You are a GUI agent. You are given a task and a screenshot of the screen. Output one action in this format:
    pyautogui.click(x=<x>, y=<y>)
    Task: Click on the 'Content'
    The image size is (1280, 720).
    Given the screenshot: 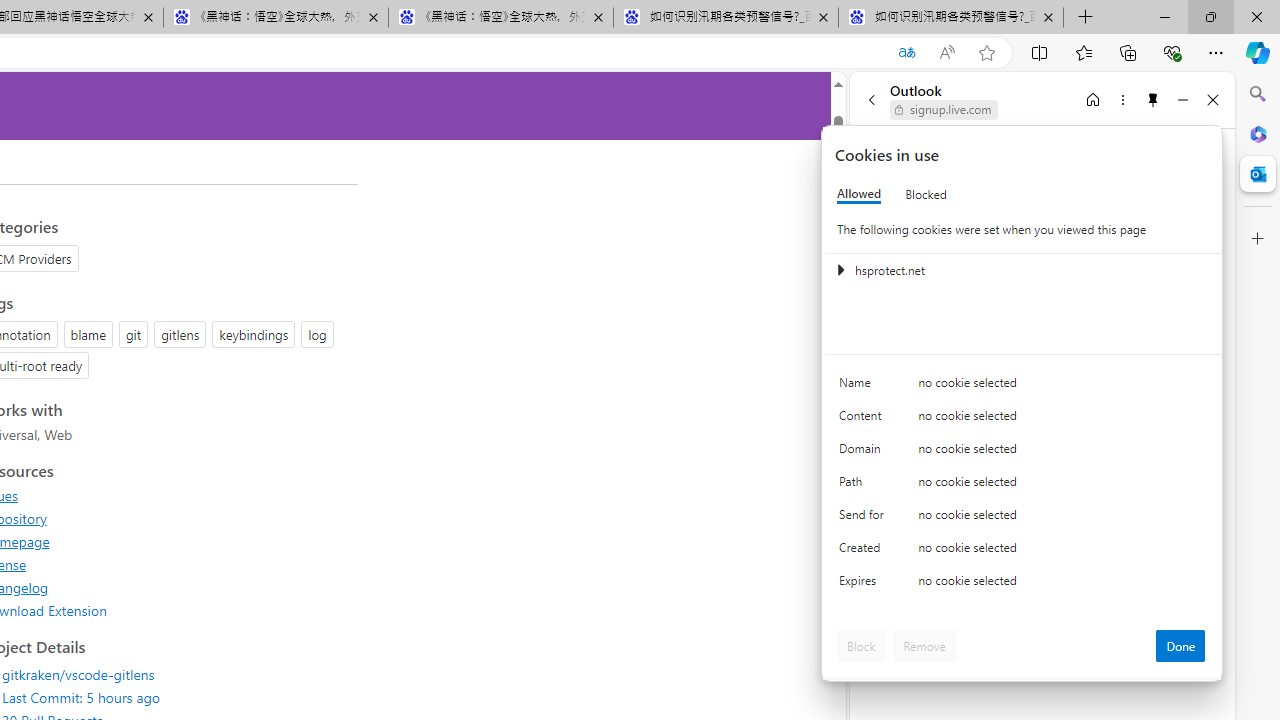 What is the action you would take?
    pyautogui.click(x=865, y=419)
    